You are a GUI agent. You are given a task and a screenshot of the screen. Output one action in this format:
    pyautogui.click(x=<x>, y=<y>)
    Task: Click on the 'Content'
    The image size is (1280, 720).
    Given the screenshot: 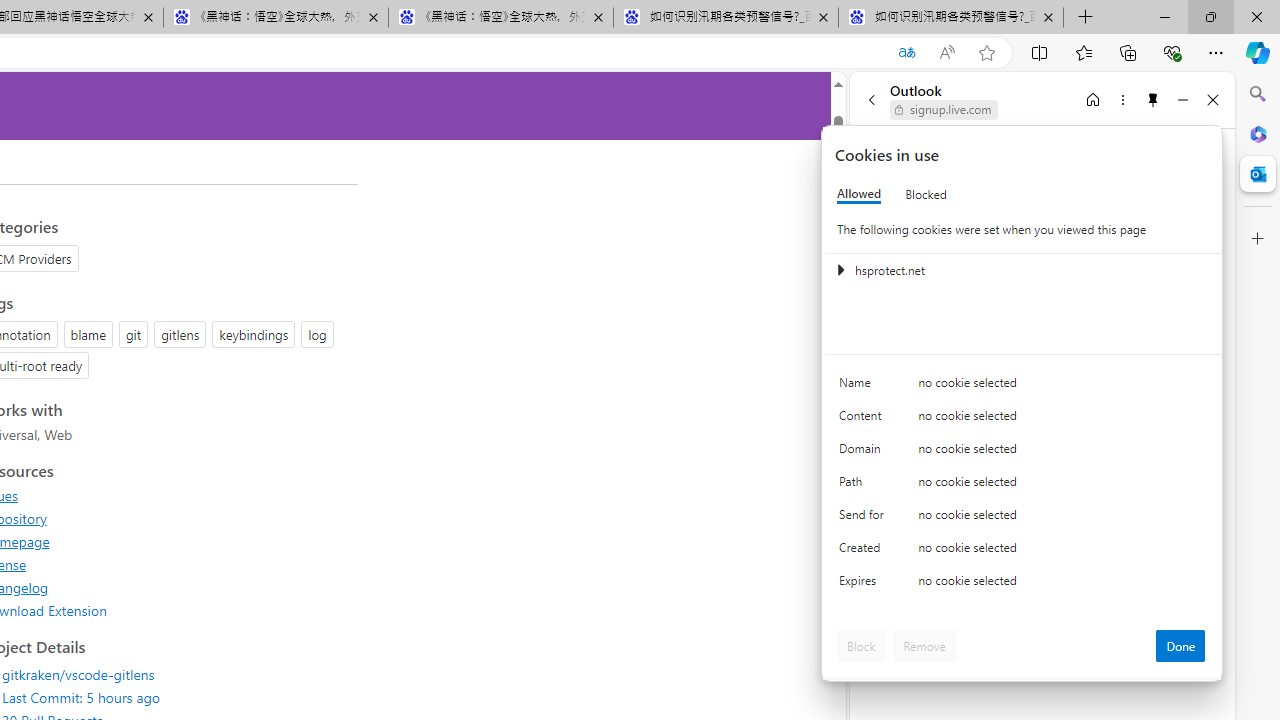 What is the action you would take?
    pyautogui.click(x=865, y=419)
    